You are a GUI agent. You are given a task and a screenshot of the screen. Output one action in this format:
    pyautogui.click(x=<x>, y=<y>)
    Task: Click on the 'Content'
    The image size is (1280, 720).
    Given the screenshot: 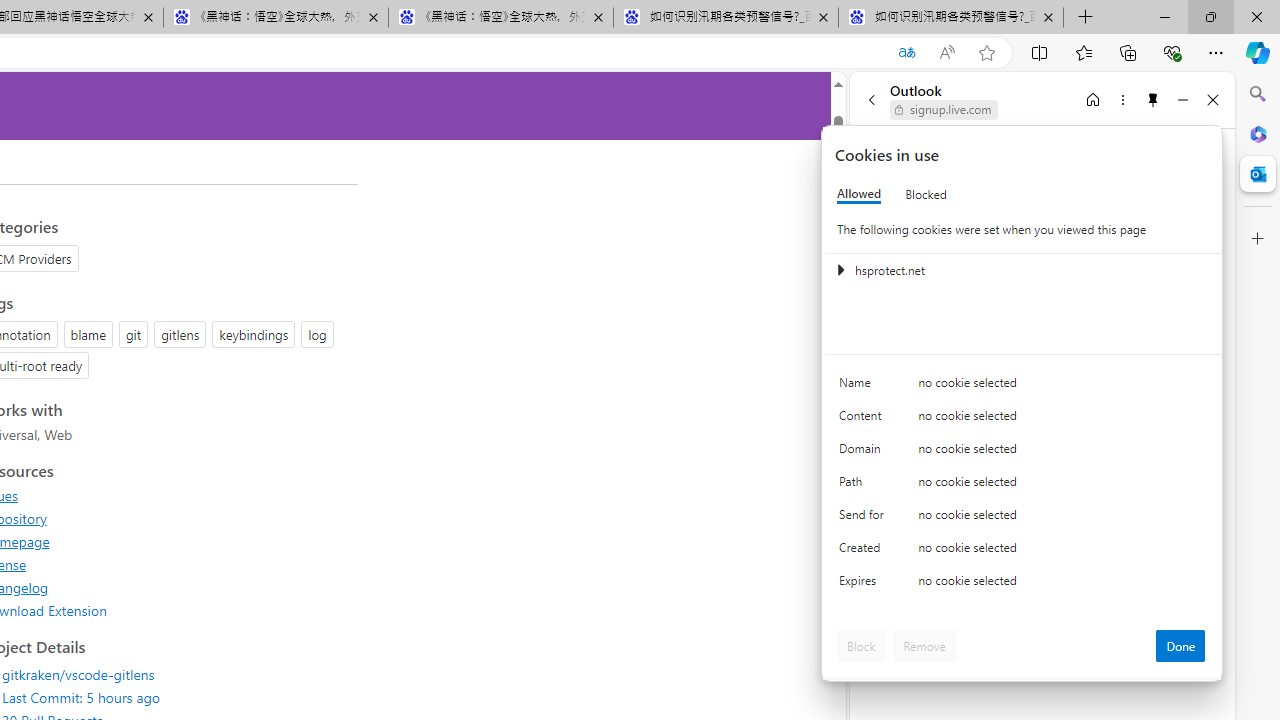 What is the action you would take?
    pyautogui.click(x=865, y=419)
    